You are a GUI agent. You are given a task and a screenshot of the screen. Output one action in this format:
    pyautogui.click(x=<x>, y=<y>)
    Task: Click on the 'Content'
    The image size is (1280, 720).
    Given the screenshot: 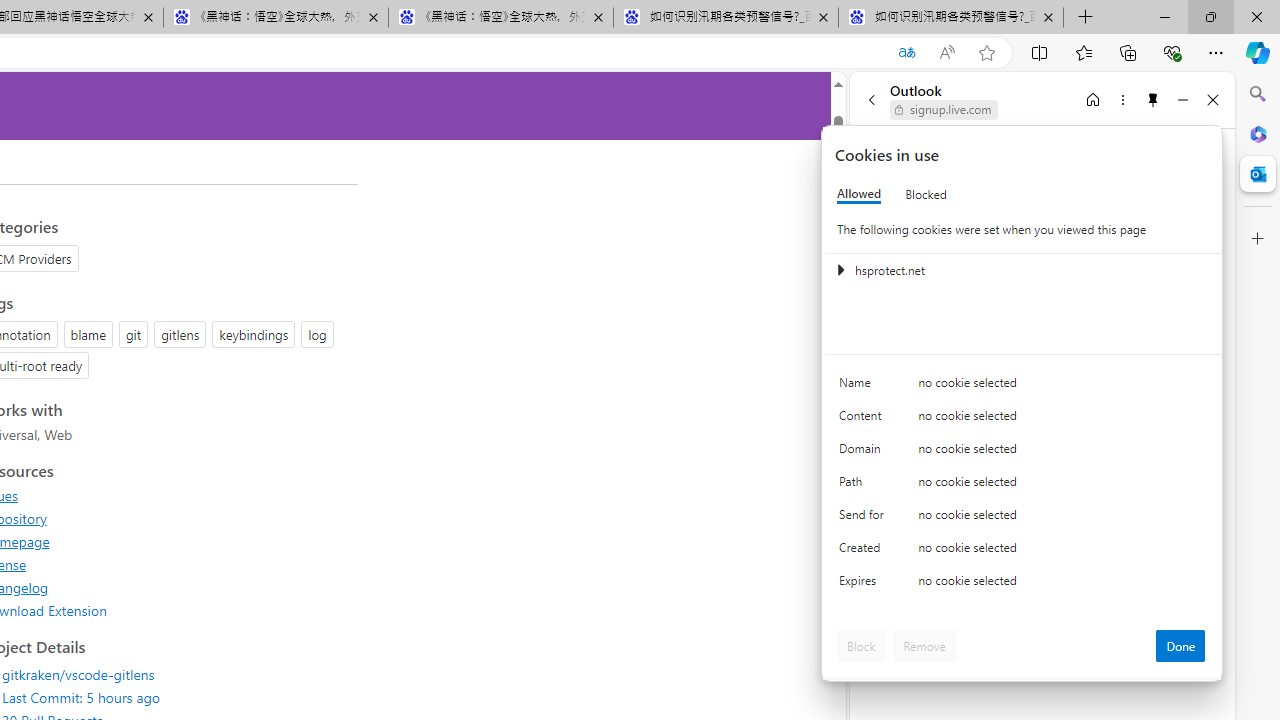 What is the action you would take?
    pyautogui.click(x=865, y=419)
    